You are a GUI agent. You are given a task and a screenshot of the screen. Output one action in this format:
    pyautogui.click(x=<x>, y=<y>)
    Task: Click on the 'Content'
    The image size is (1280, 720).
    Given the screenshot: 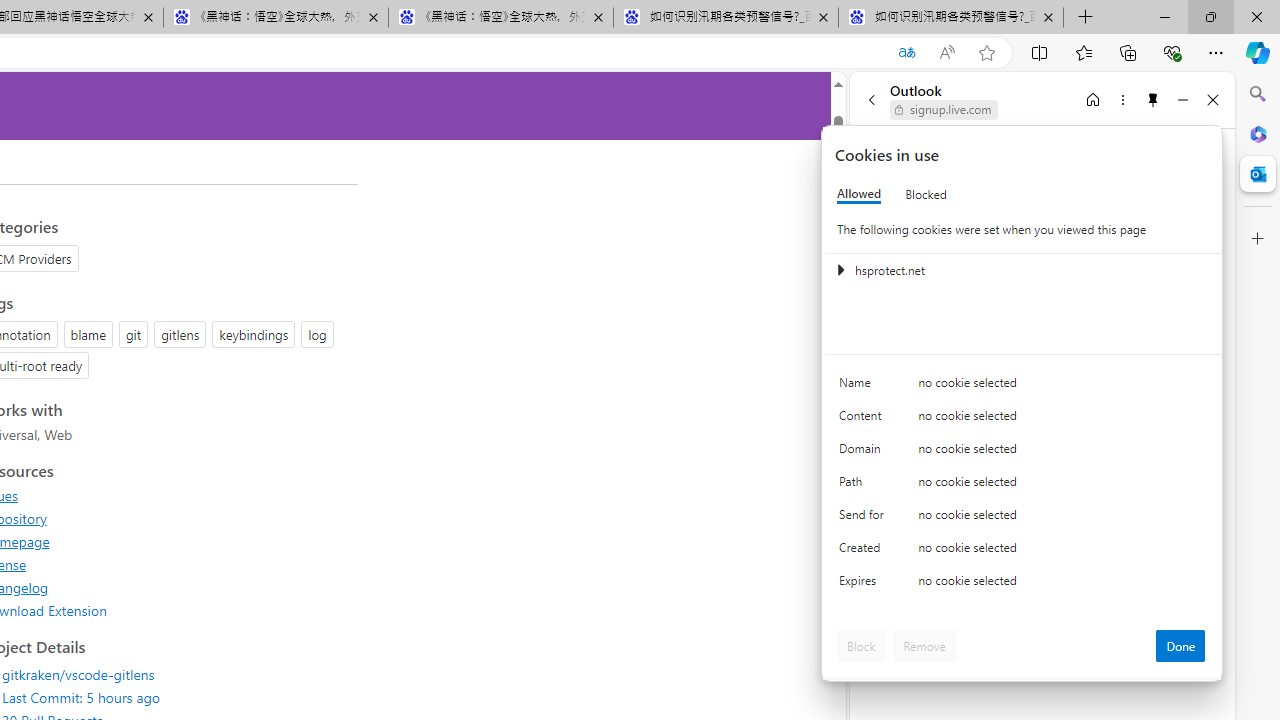 What is the action you would take?
    pyautogui.click(x=865, y=419)
    